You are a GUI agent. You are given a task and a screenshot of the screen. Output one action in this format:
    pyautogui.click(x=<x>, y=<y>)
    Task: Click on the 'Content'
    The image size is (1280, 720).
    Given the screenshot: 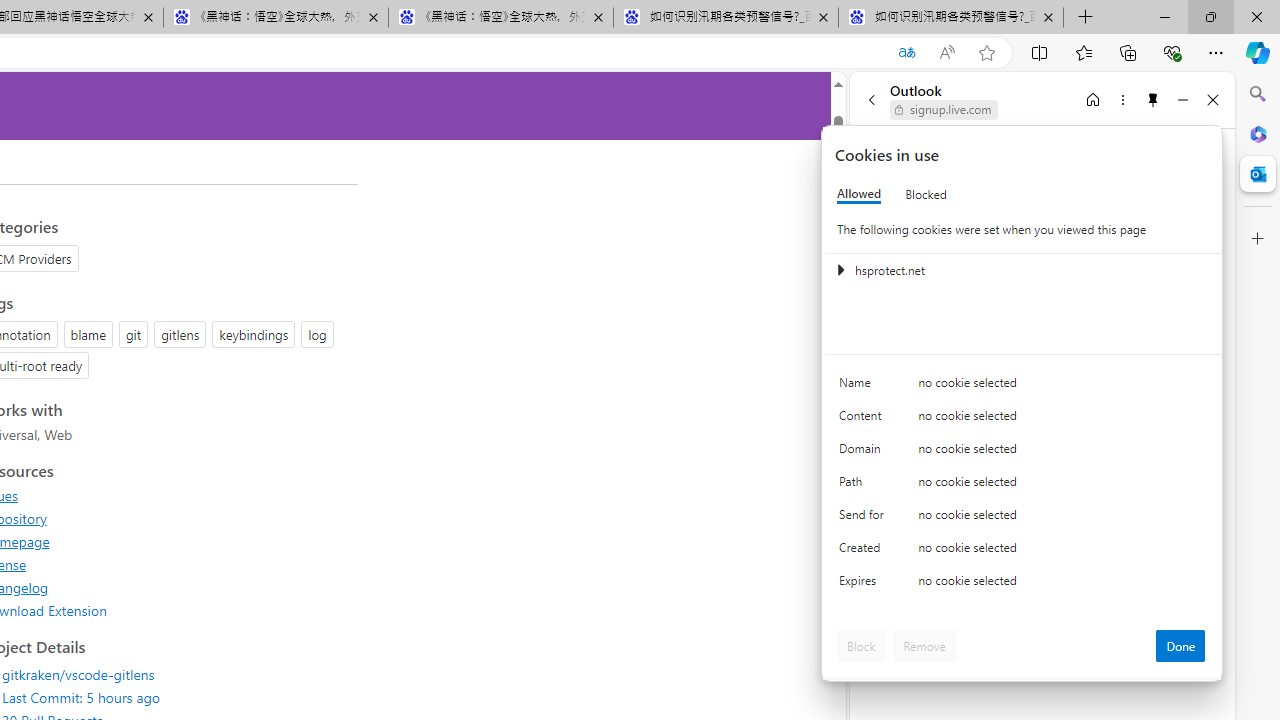 What is the action you would take?
    pyautogui.click(x=865, y=419)
    